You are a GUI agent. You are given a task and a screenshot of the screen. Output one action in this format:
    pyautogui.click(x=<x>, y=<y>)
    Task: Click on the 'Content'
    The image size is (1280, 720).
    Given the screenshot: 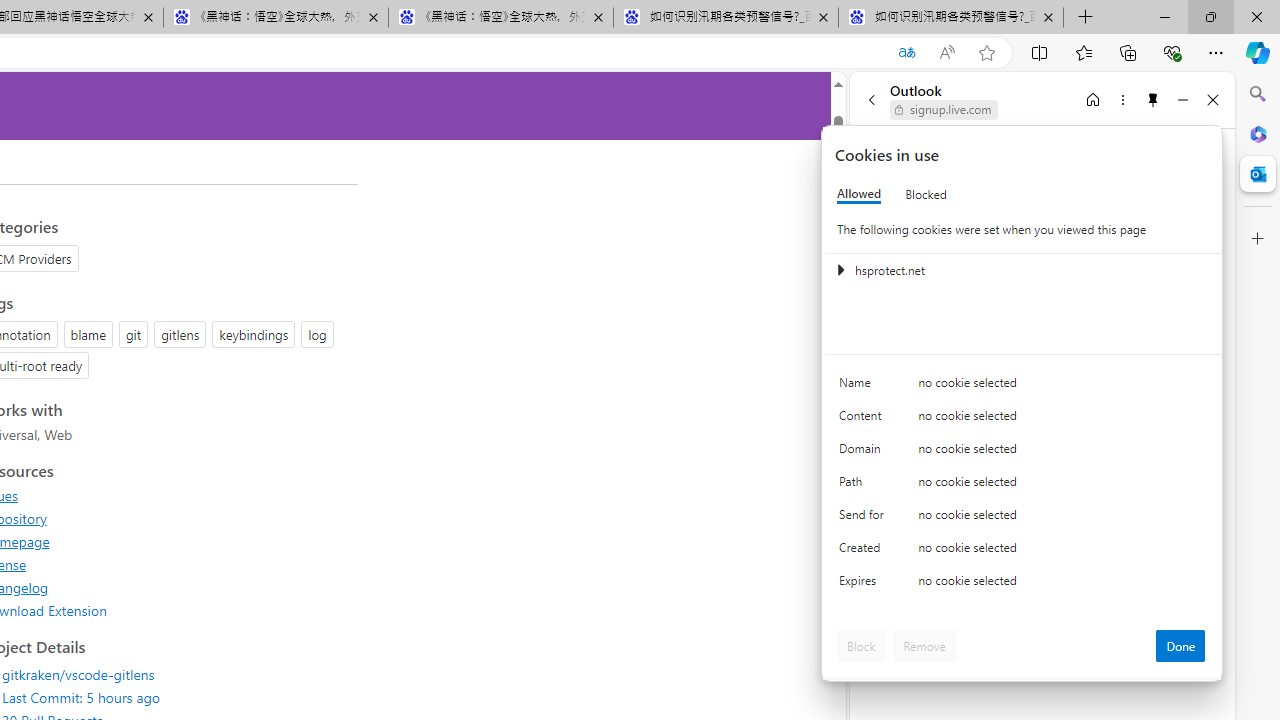 What is the action you would take?
    pyautogui.click(x=865, y=419)
    